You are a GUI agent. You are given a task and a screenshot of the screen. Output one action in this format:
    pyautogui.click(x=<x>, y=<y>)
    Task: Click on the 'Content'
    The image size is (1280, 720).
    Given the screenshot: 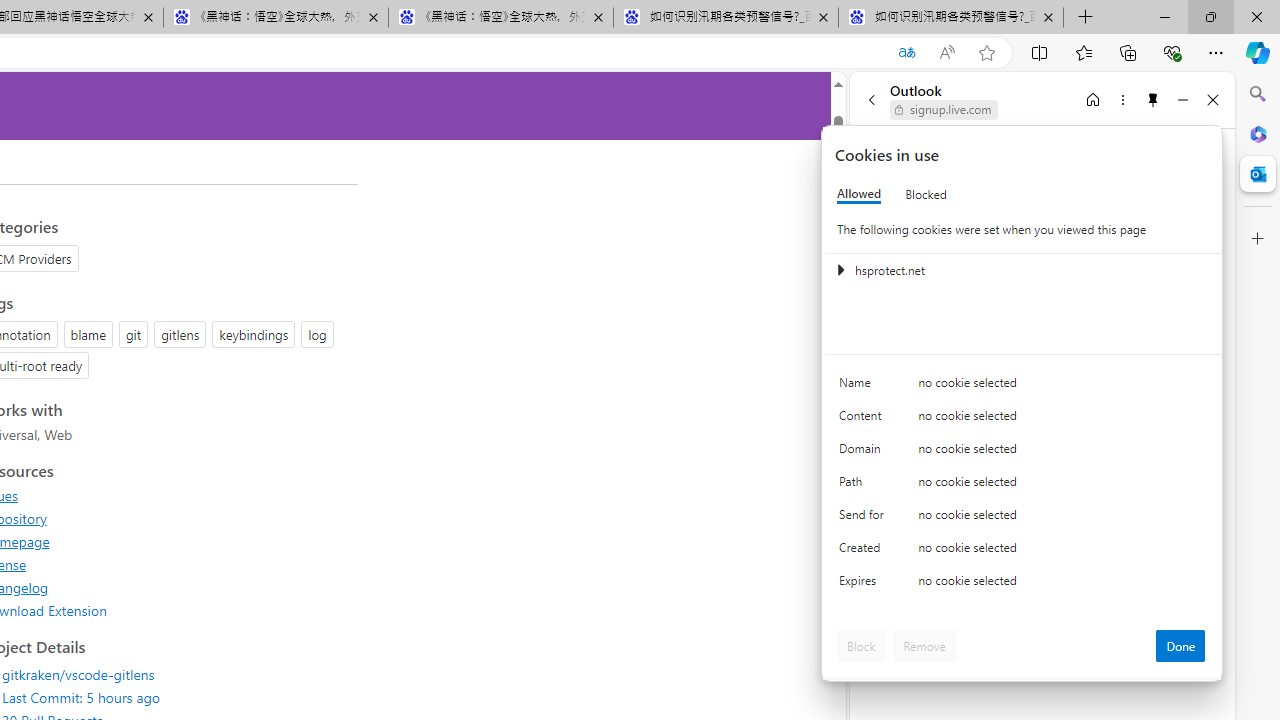 What is the action you would take?
    pyautogui.click(x=865, y=419)
    